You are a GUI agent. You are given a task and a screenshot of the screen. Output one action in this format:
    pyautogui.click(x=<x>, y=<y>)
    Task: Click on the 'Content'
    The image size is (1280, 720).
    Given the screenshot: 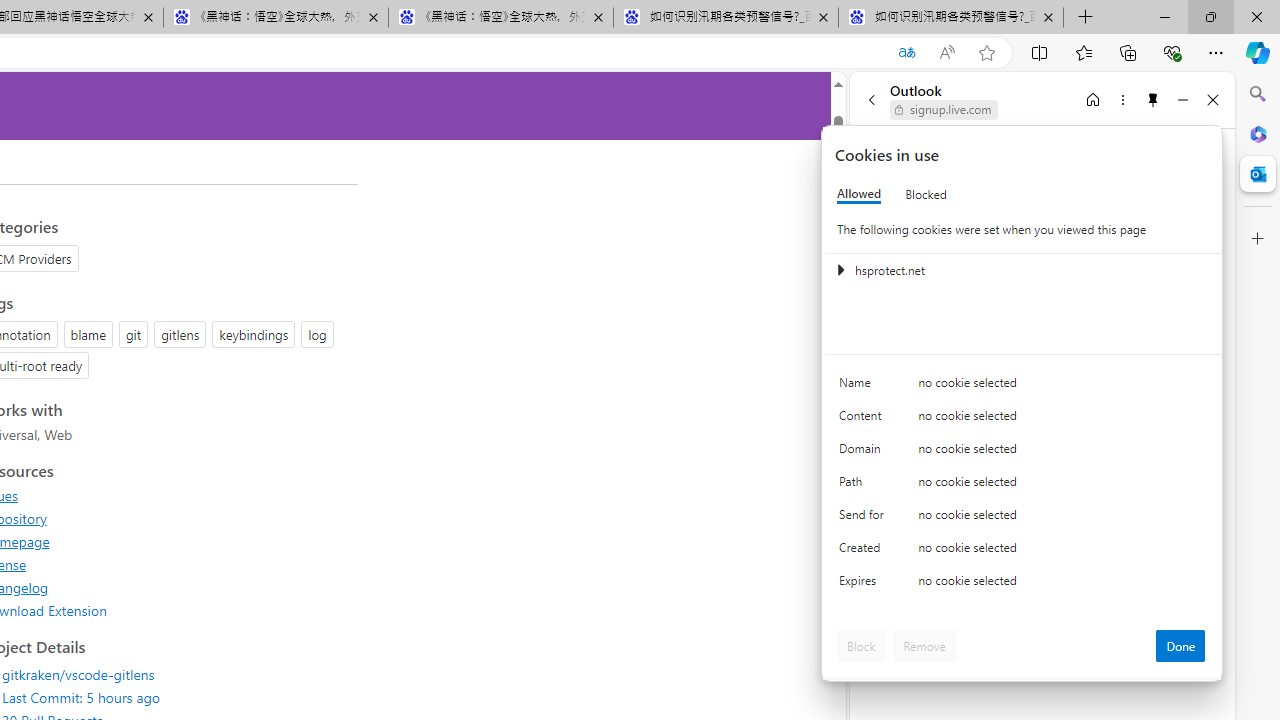 What is the action you would take?
    pyautogui.click(x=865, y=419)
    